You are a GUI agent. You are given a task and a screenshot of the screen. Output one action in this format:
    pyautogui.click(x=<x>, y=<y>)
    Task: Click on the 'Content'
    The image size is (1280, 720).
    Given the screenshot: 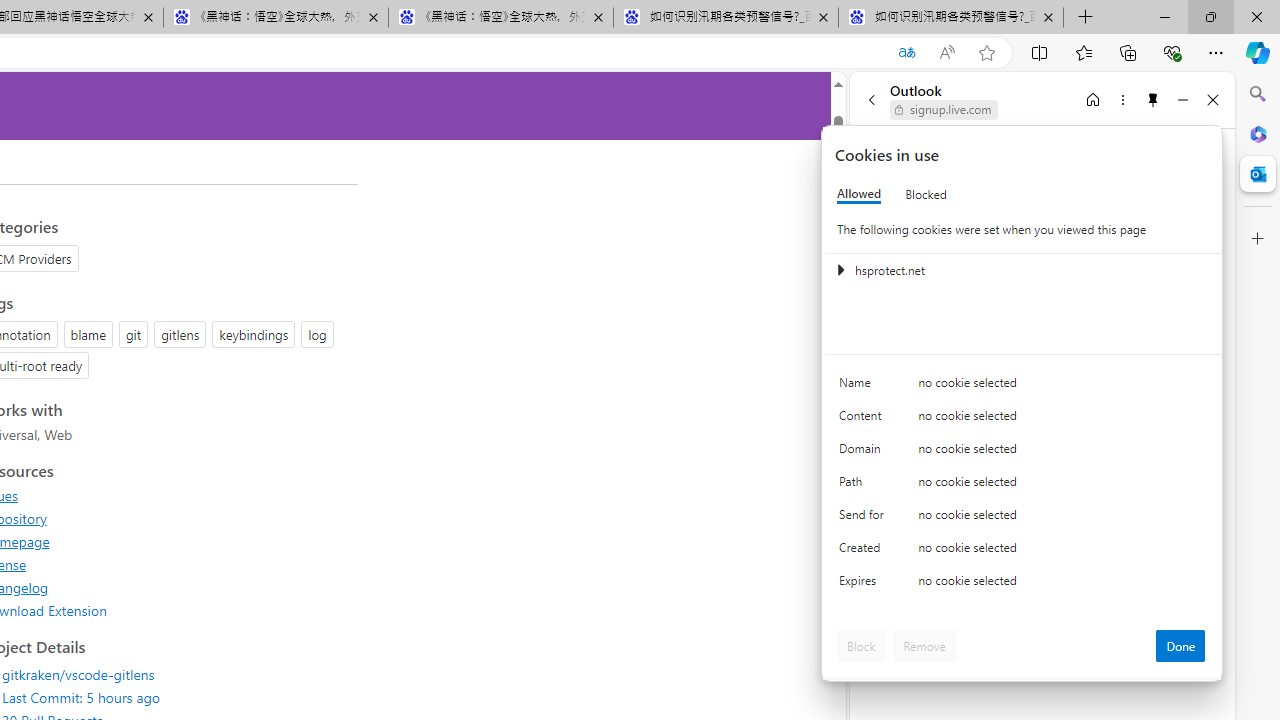 What is the action you would take?
    pyautogui.click(x=865, y=419)
    